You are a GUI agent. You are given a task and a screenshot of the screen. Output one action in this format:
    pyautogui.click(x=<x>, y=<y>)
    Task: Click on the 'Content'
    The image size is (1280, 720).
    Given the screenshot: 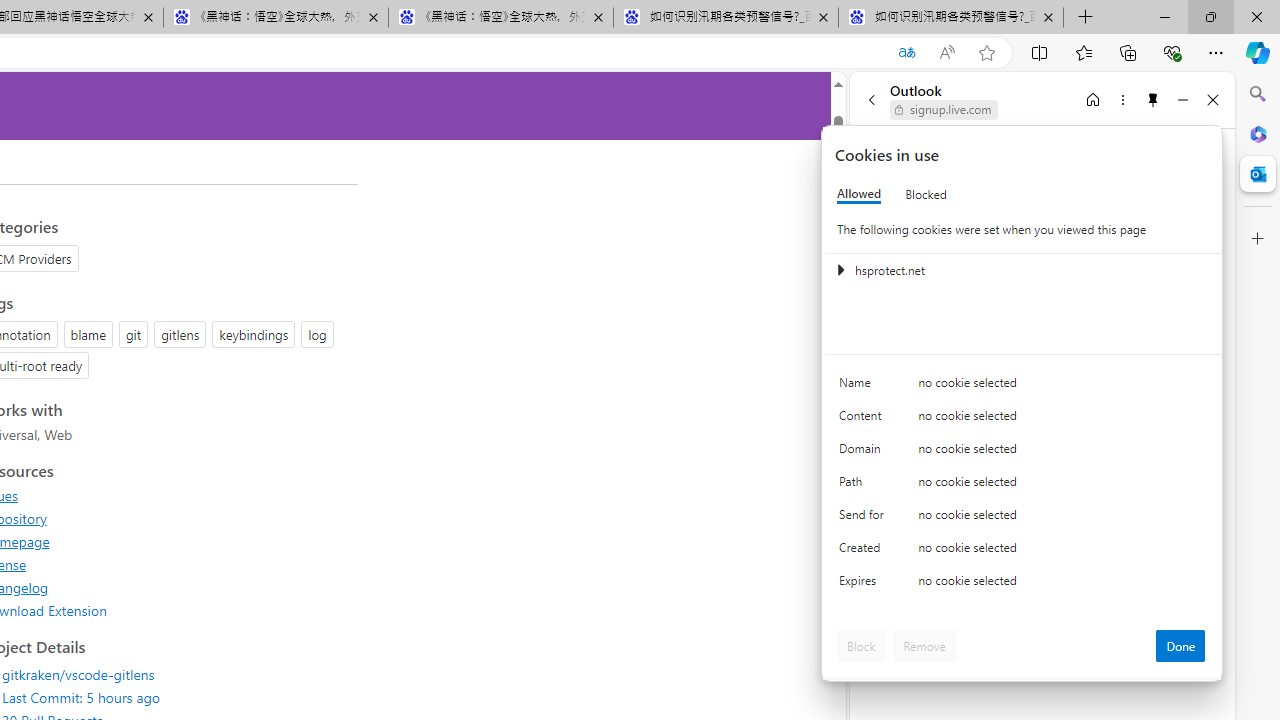 What is the action you would take?
    pyautogui.click(x=865, y=419)
    